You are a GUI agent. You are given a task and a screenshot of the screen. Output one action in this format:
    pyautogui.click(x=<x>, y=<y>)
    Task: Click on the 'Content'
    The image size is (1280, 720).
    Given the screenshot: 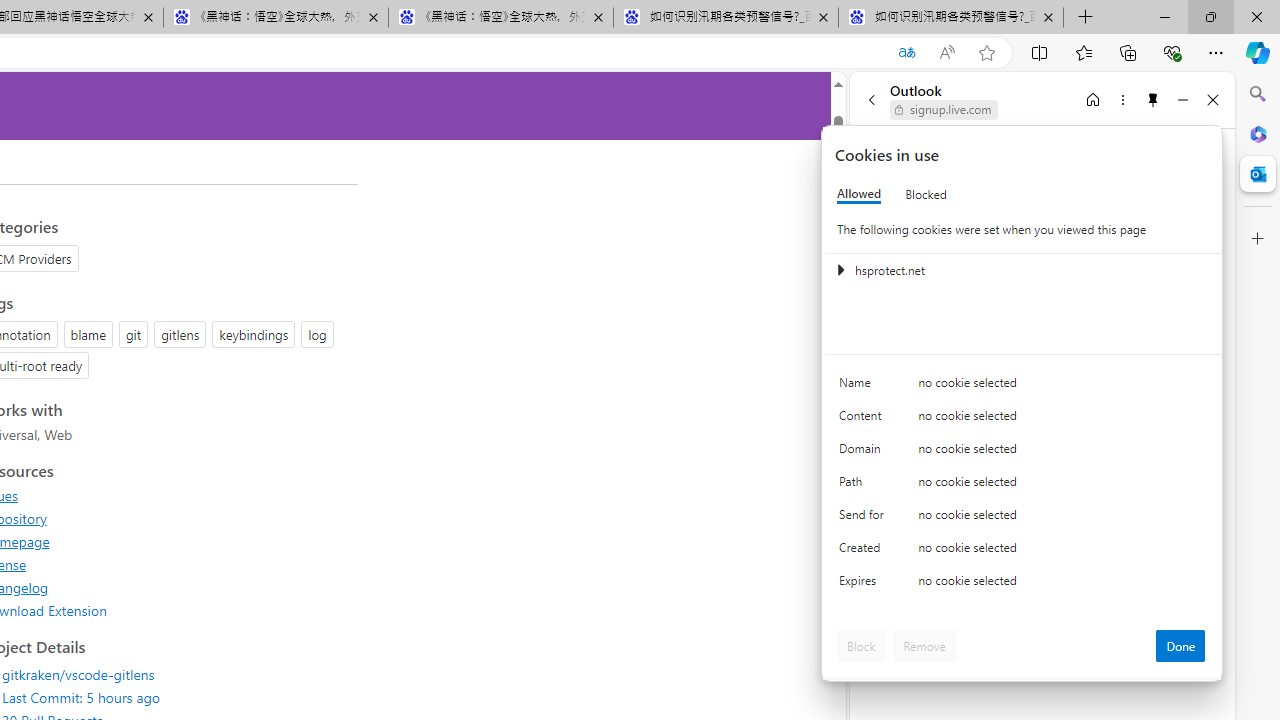 What is the action you would take?
    pyautogui.click(x=865, y=419)
    